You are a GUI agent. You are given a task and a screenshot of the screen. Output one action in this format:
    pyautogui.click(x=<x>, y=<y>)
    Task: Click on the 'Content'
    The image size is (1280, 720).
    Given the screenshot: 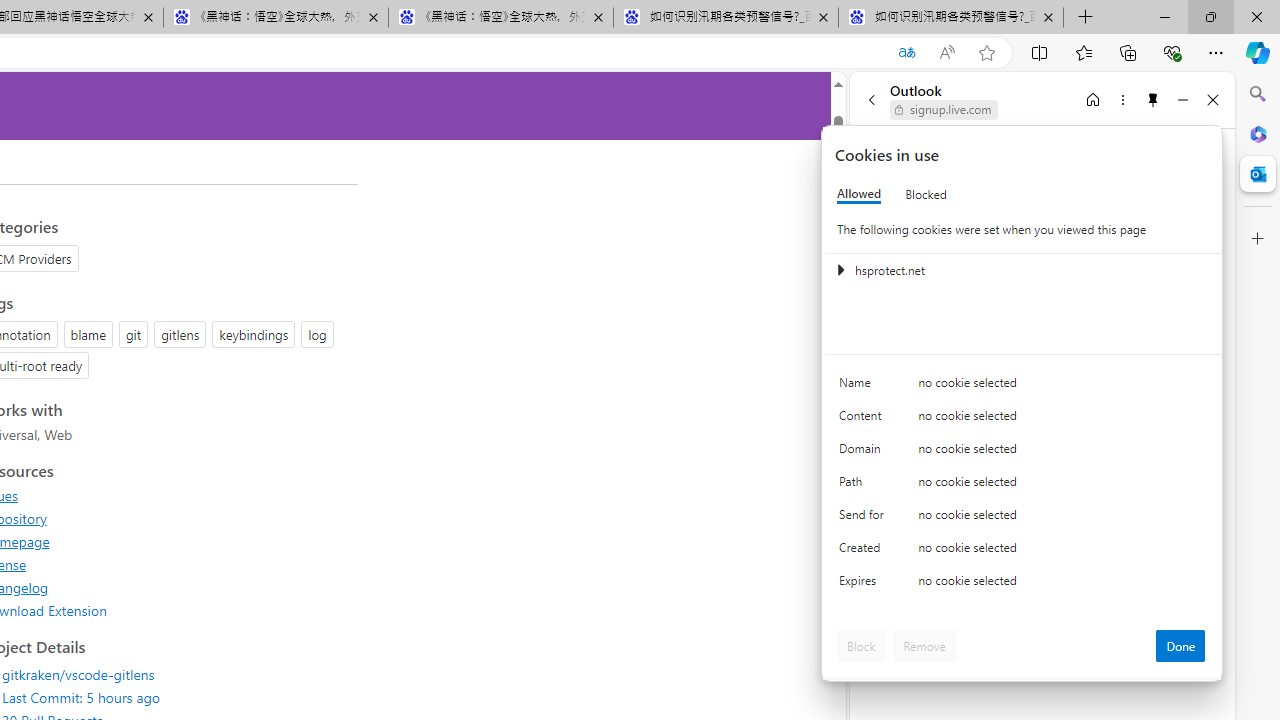 What is the action you would take?
    pyautogui.click(x=865, y=419)
    